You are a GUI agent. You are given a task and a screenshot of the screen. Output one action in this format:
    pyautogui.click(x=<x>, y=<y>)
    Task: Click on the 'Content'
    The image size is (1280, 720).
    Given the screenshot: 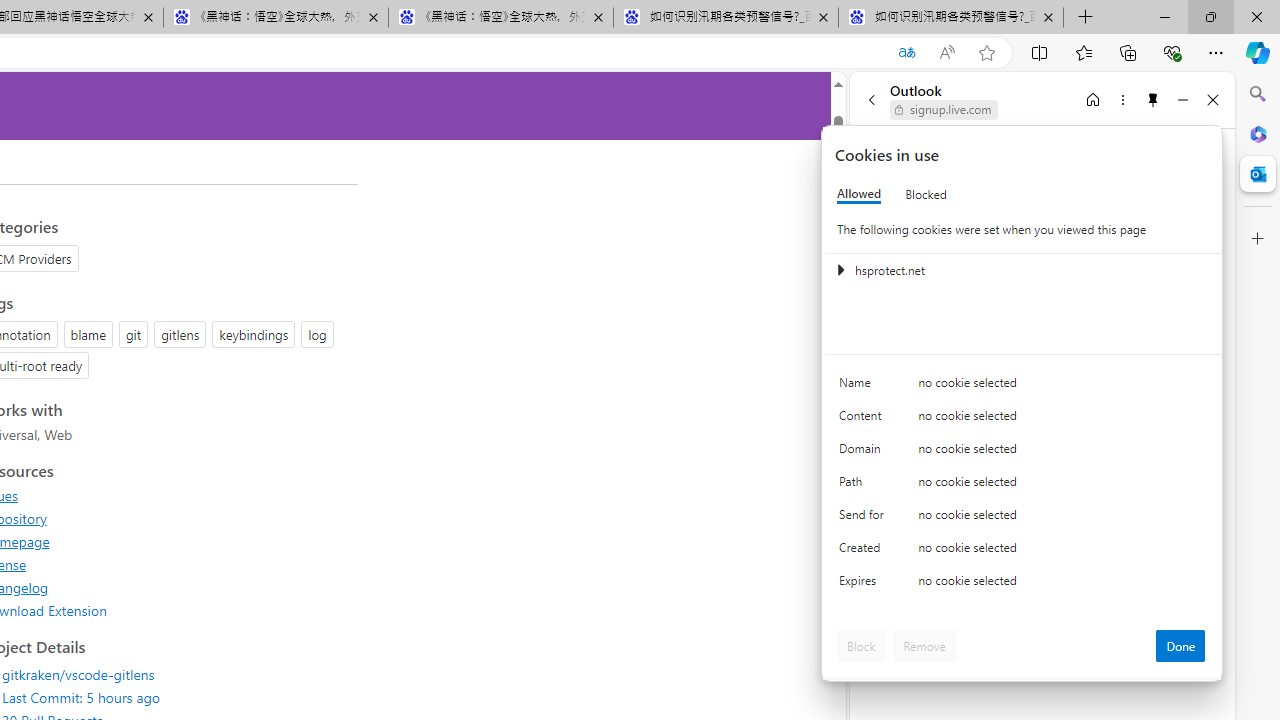 What is the action you would take?
    pyautogui.click(x=865, y=419)
    